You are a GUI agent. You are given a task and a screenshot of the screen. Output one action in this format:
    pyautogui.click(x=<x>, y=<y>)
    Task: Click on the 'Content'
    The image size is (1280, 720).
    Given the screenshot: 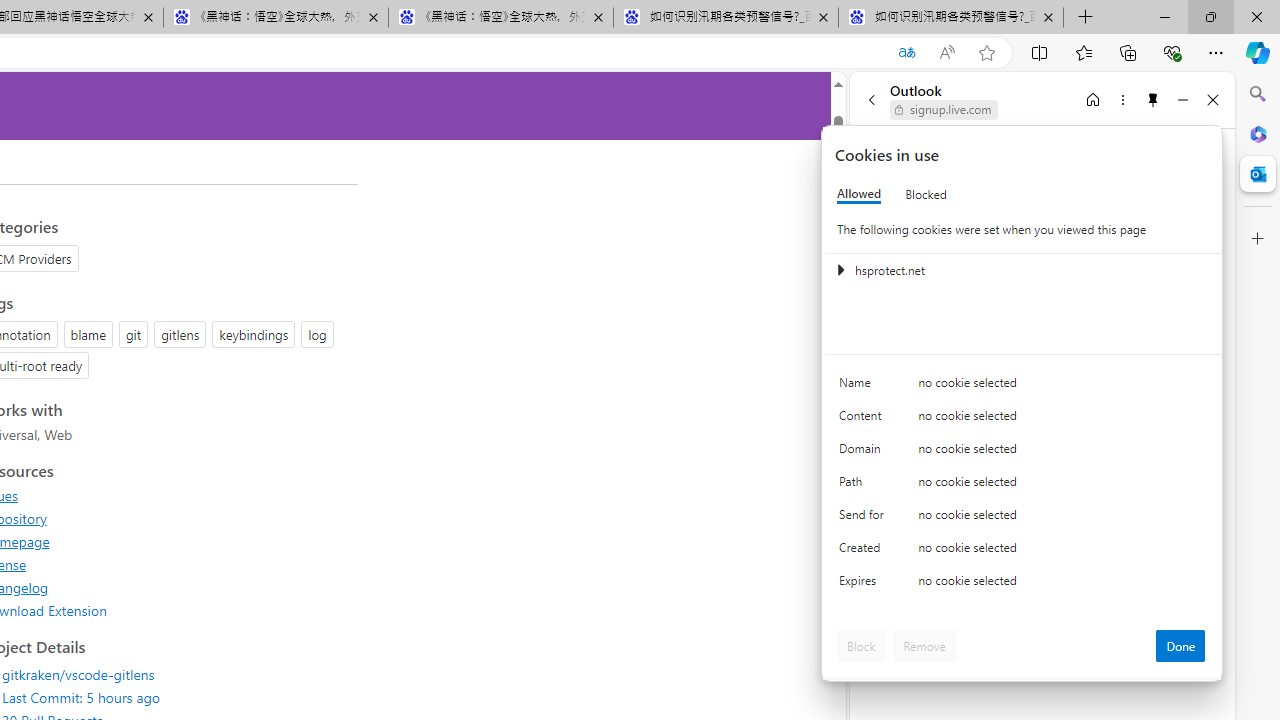 What is the action you would take?
    pyautogui.click(x=865, y=419)
    